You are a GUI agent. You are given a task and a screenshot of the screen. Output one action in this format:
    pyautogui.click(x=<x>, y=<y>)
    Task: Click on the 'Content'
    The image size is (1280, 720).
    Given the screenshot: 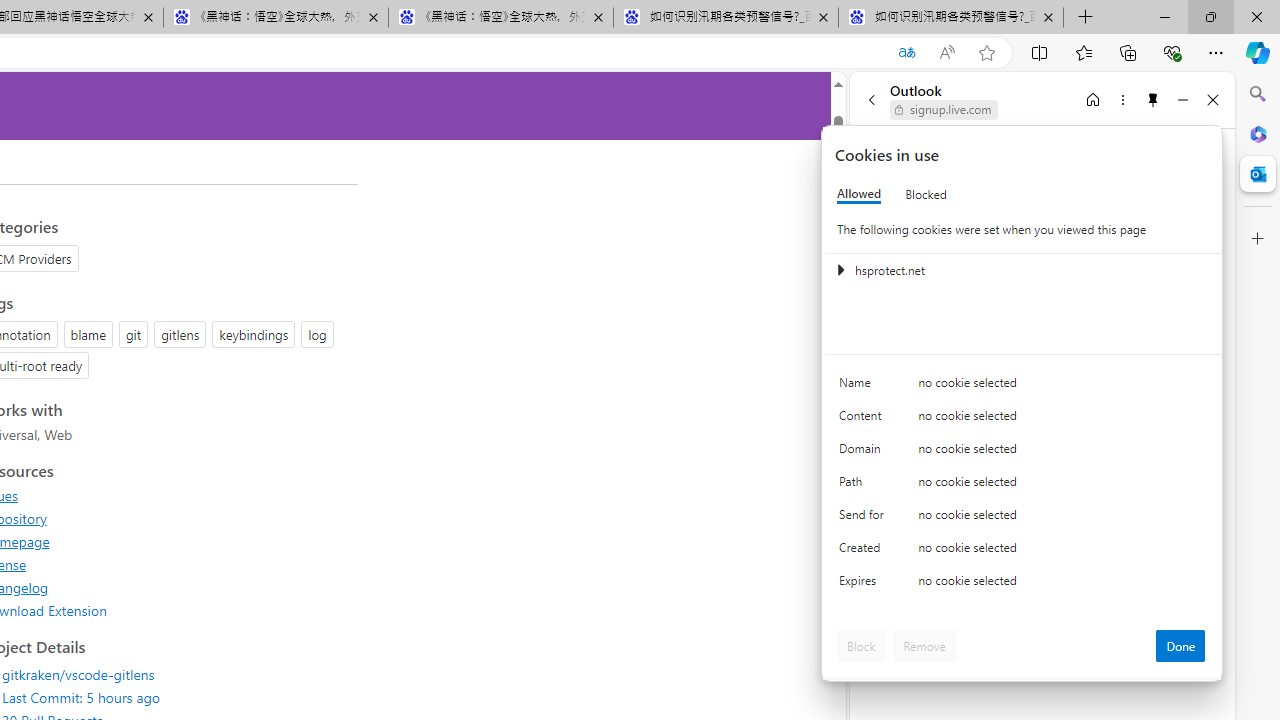 What is the action you would take?
    pyautogui.click(x=865, y=419)
    